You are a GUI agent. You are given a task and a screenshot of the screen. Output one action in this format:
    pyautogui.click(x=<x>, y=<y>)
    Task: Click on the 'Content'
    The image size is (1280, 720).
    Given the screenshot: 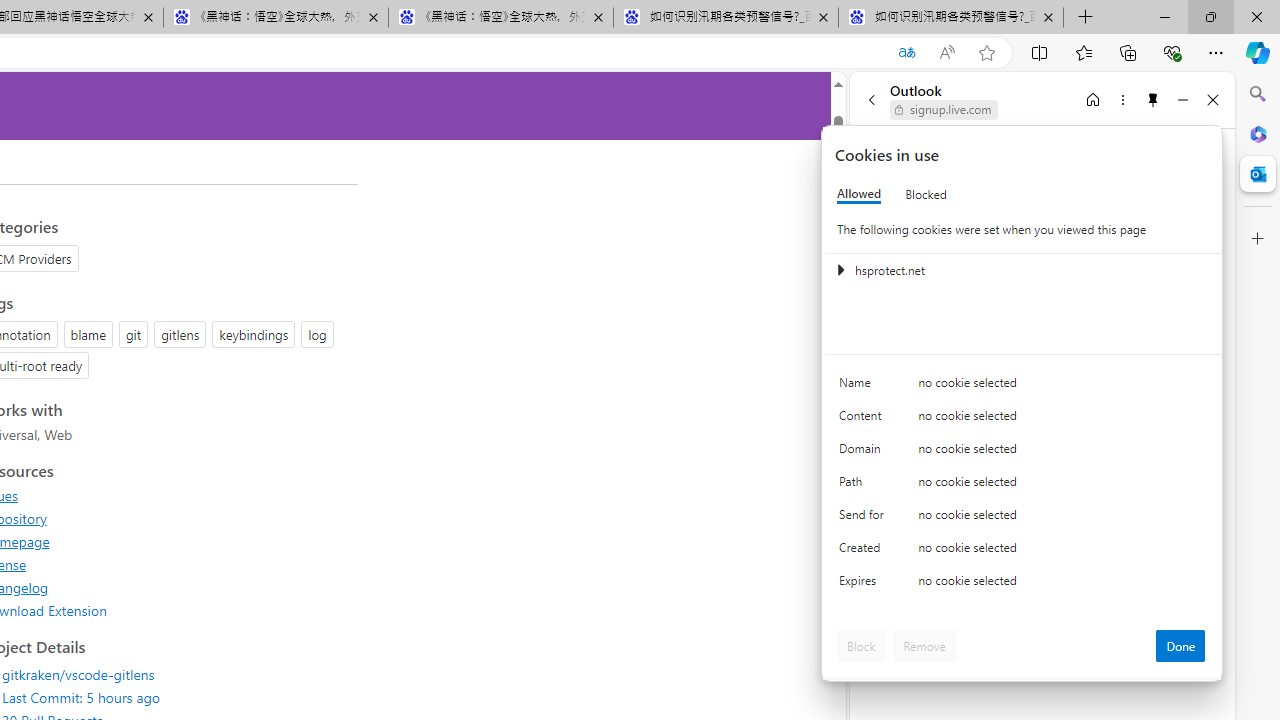 What is the action you would take?
    pyautogui.click(x=865, y=419)
    